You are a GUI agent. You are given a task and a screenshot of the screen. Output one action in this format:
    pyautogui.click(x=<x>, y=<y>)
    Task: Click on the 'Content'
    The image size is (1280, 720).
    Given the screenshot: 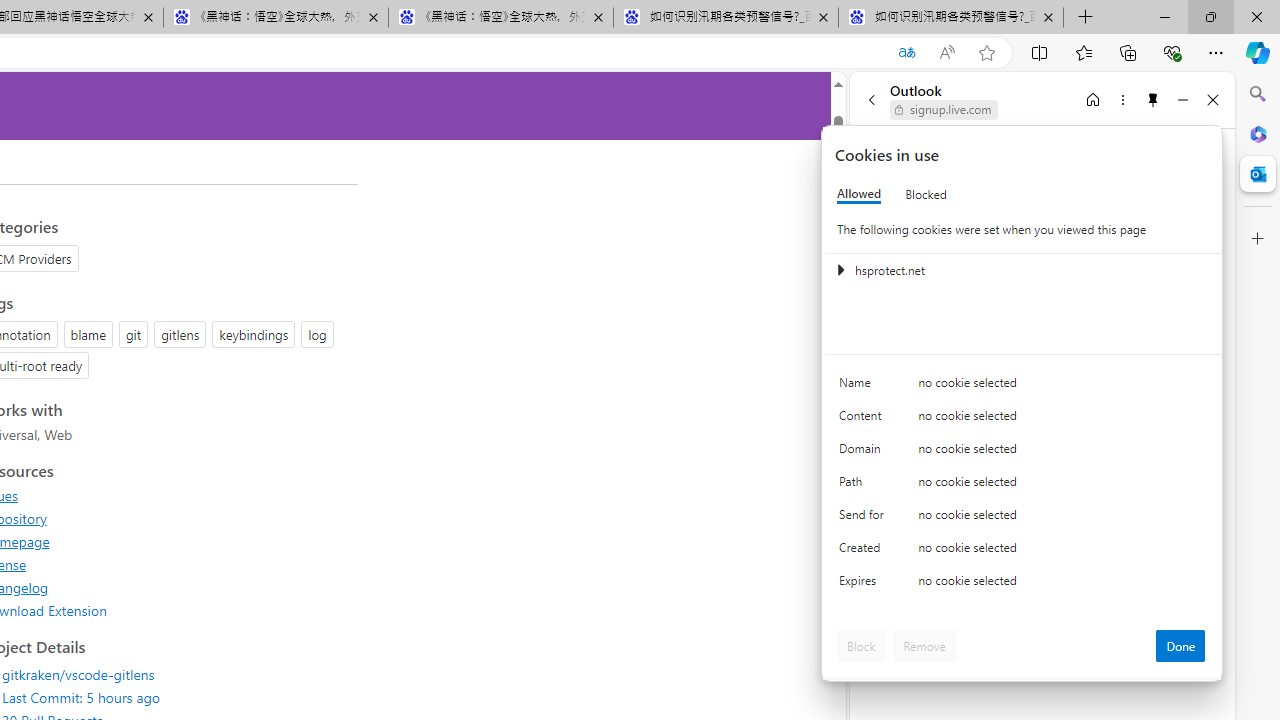 What is the action you would take?
    pyautogui.click(x=865, y=419)
    